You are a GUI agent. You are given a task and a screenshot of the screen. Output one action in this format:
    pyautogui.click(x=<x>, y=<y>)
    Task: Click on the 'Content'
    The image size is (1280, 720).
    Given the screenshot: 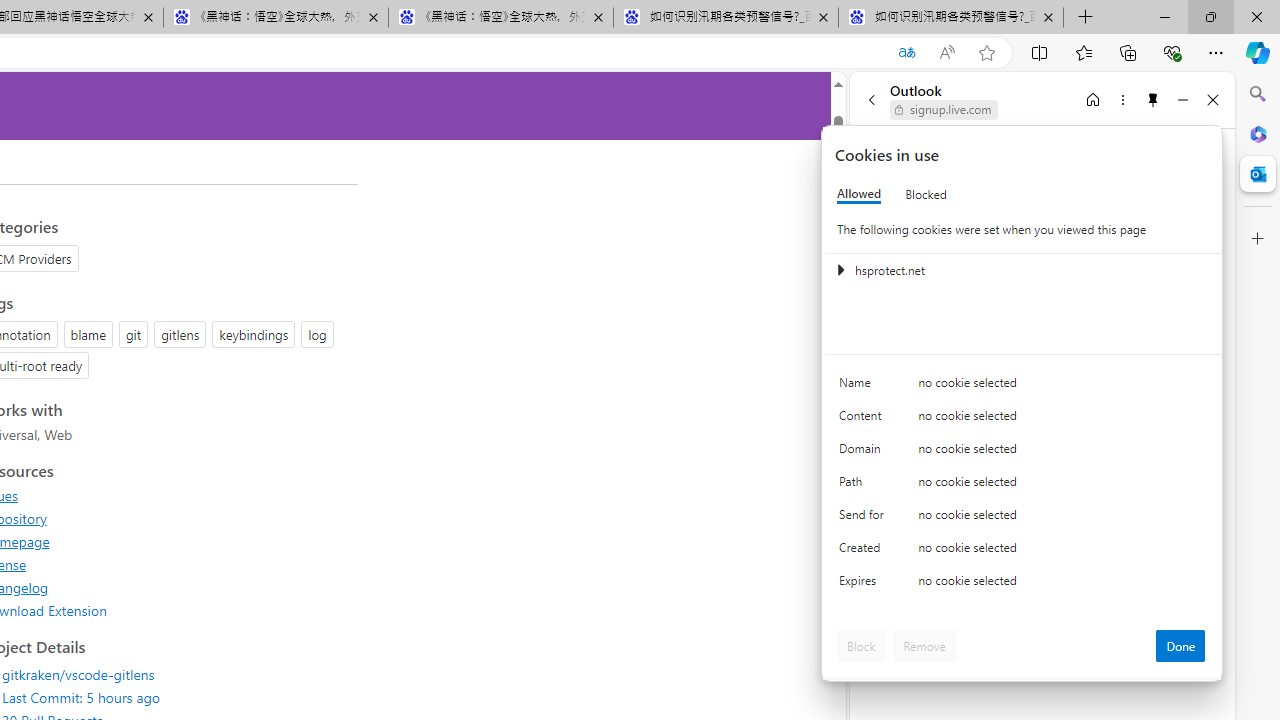 What is the action you would take?
    pyautogui.click(x=865, y=419)
    